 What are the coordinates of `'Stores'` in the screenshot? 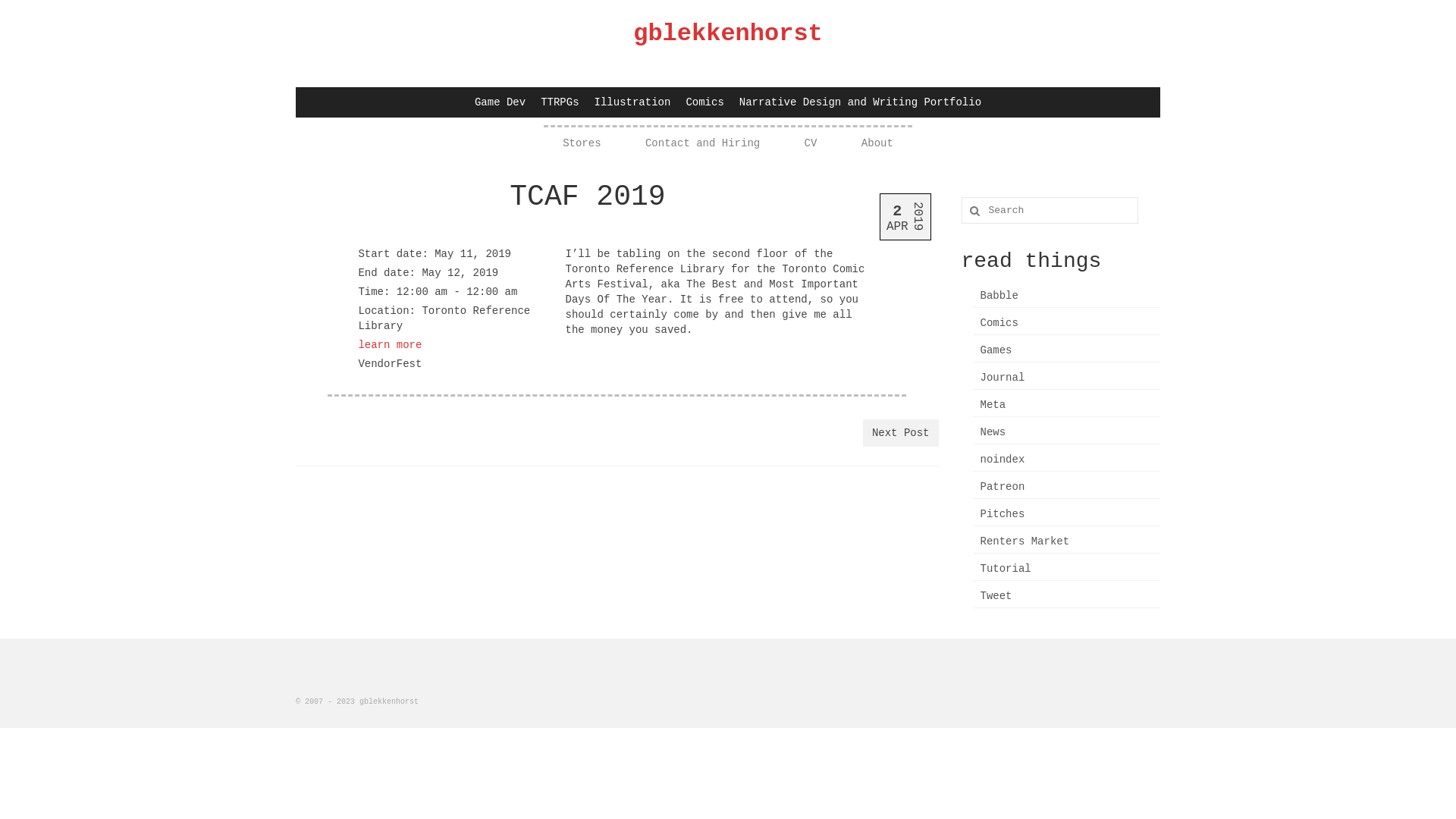 It's located at (562, 143).